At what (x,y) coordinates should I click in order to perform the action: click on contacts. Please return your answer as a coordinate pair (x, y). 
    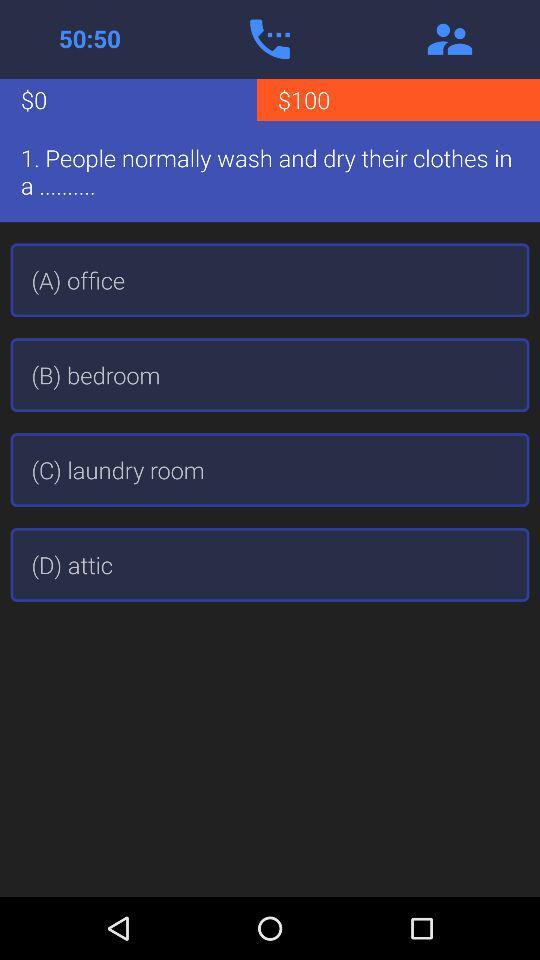
    Looking at the image, I should click on (449, 38).